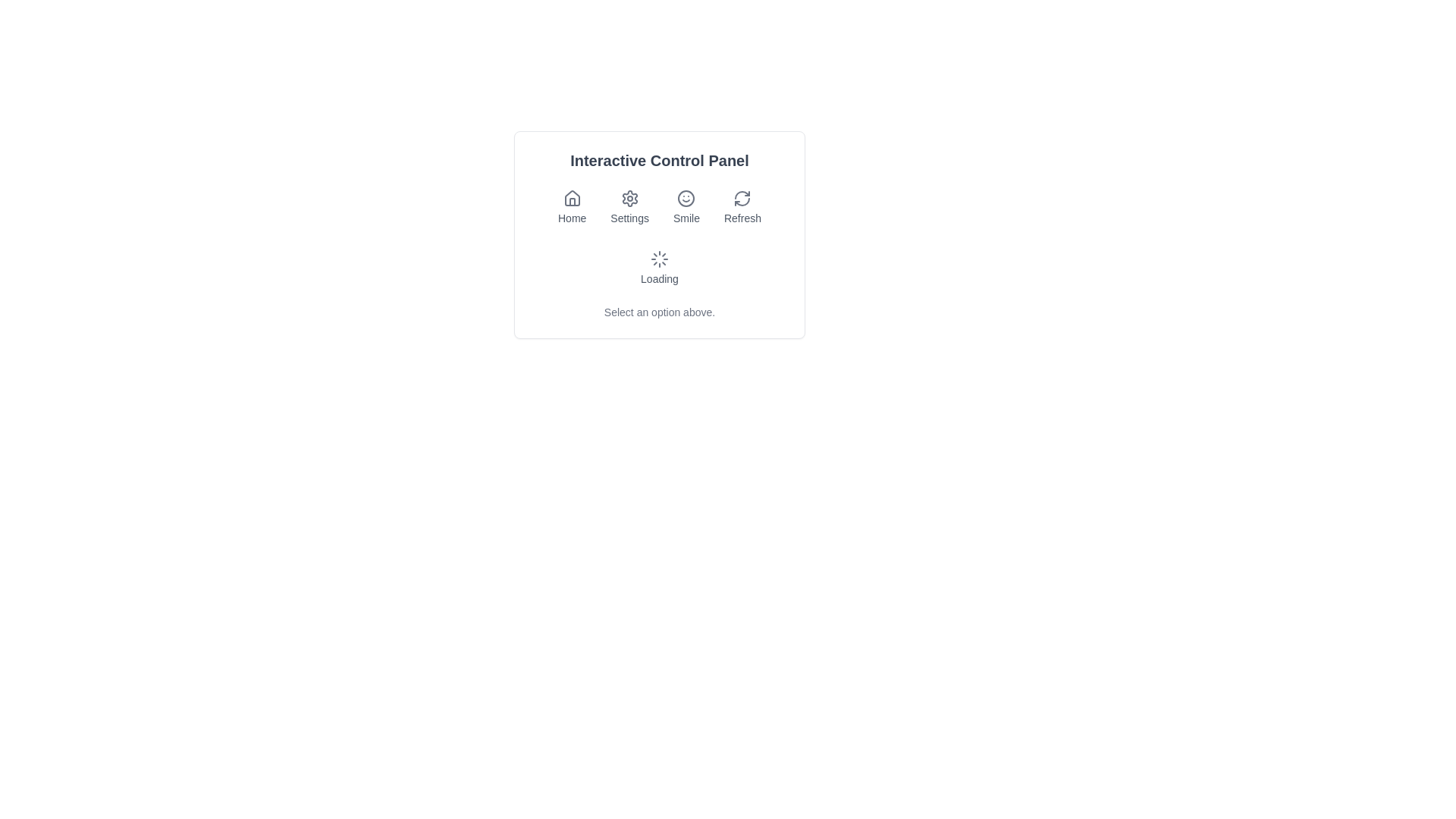  I want to click on the circular loader icon that is styled with a gray color and positioned centrally under the text 'Loading' within a panel, so click(659, 259).